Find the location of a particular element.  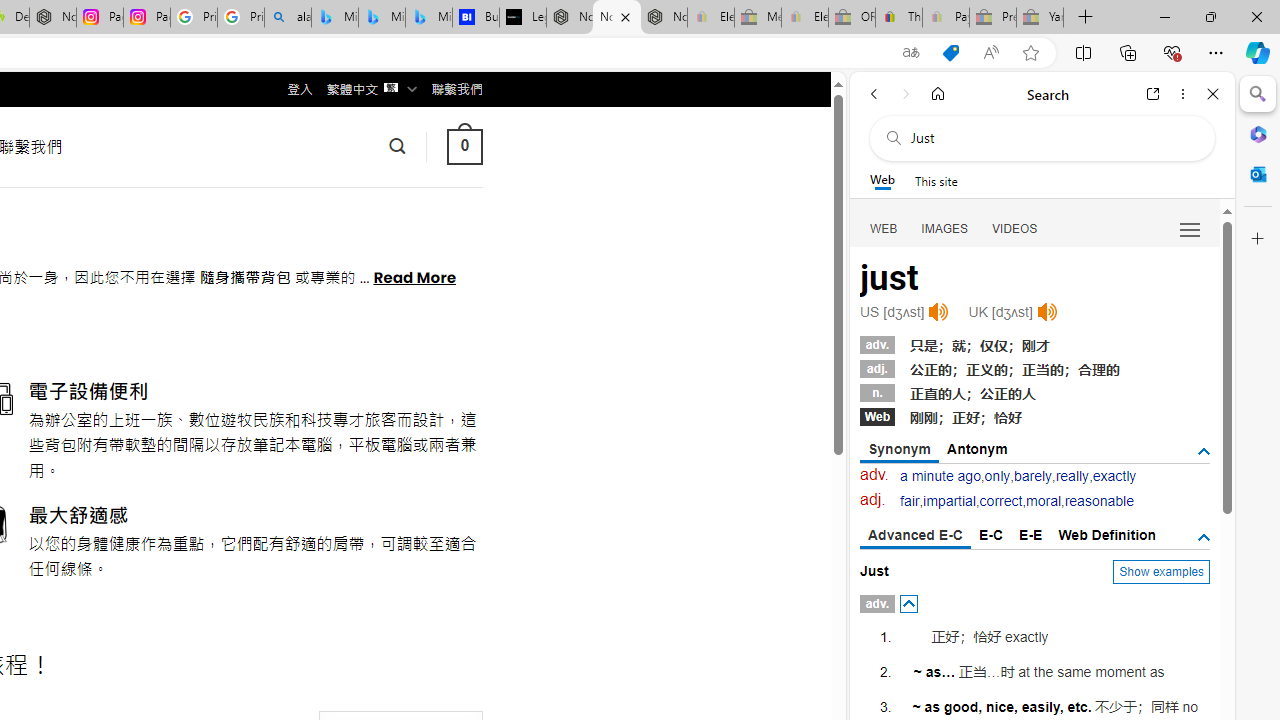

'Threats and offensive language policy | eBay' is located at coordinates (897, 17).